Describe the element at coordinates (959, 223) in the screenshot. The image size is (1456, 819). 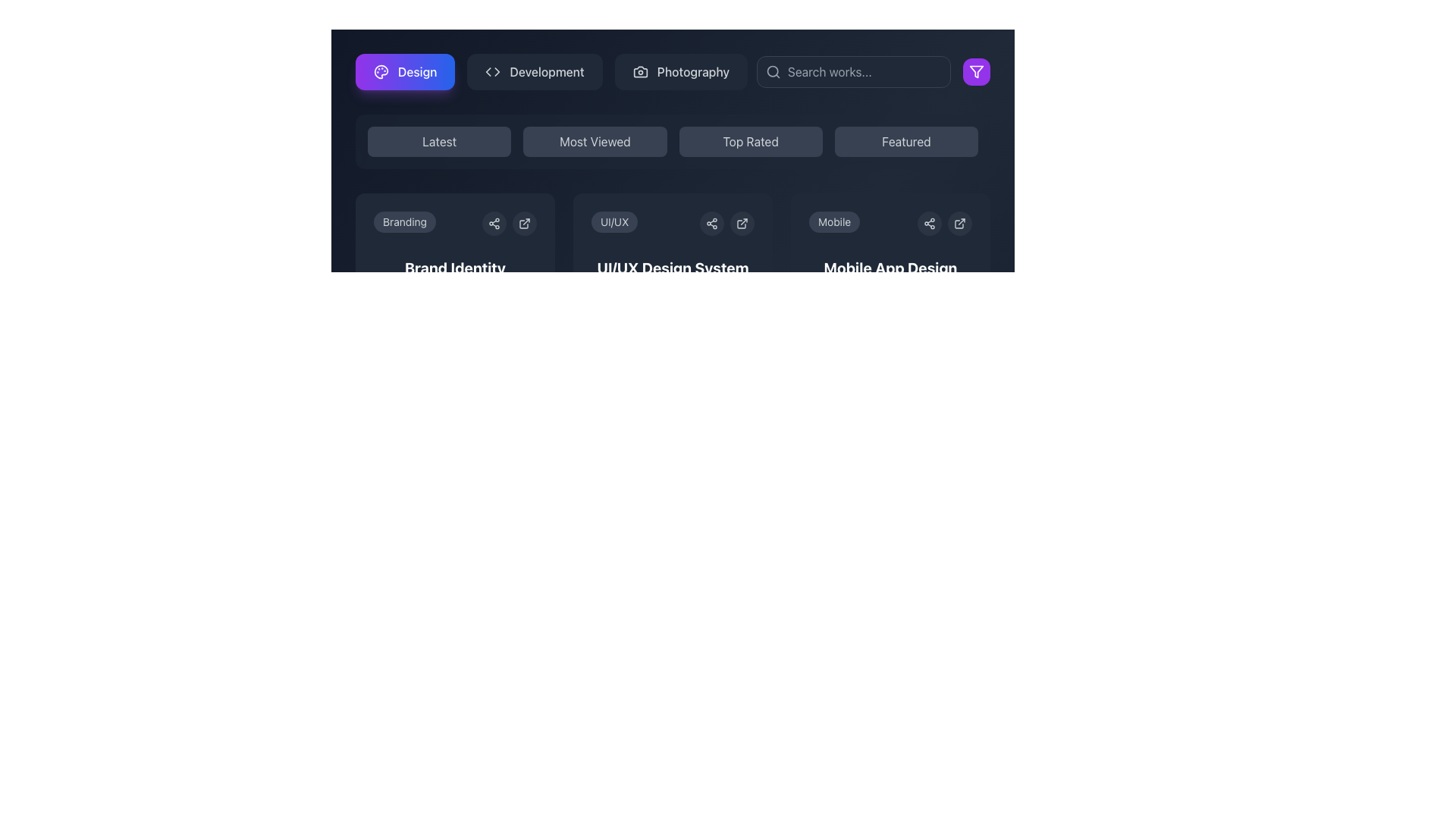
I see `the 'External Link' button located at the far-right of the 'Mobile App Design' card` at that location.